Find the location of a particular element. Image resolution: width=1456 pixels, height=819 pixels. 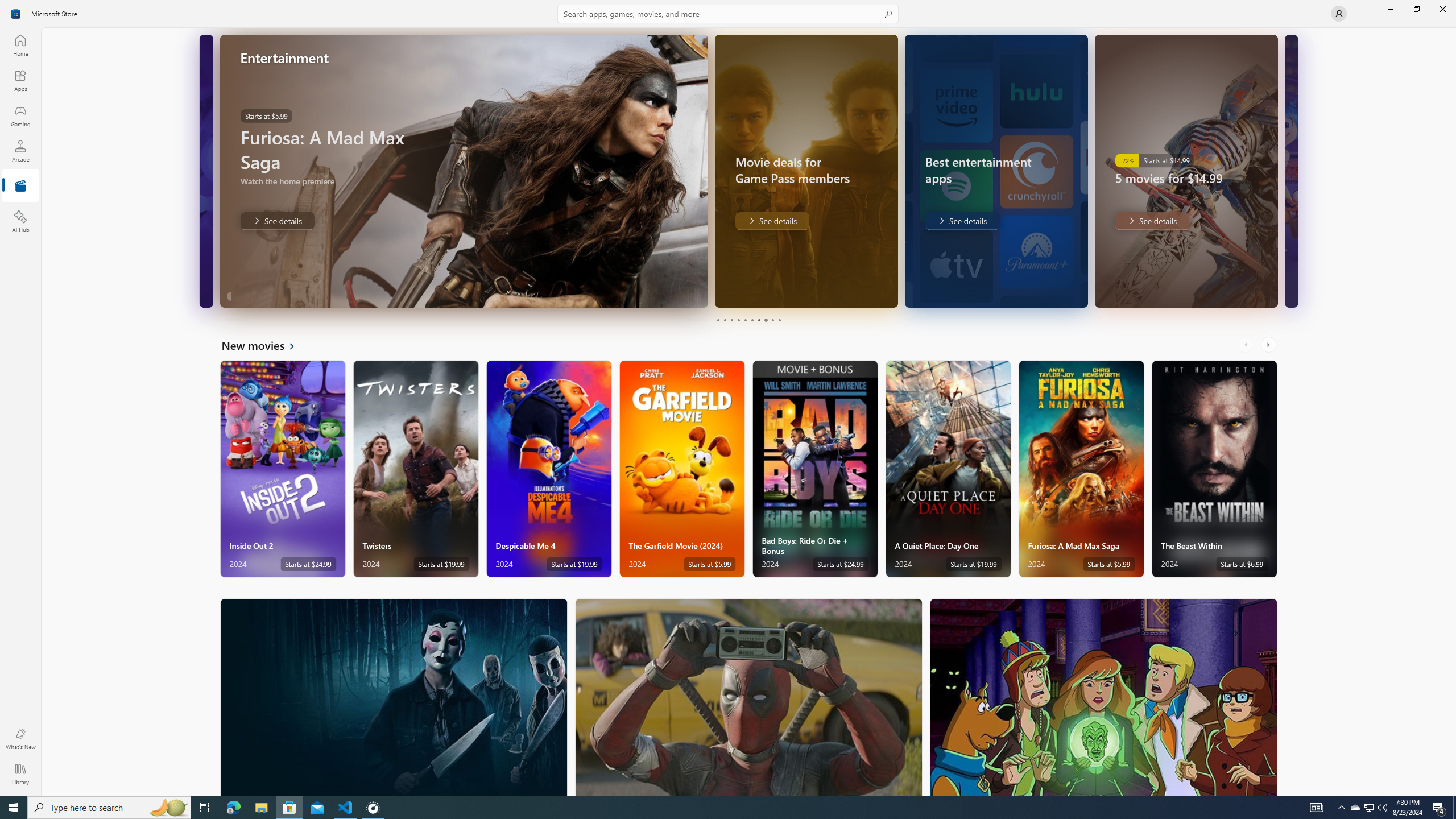

'Page 6' is located at coordinates (751, 320).